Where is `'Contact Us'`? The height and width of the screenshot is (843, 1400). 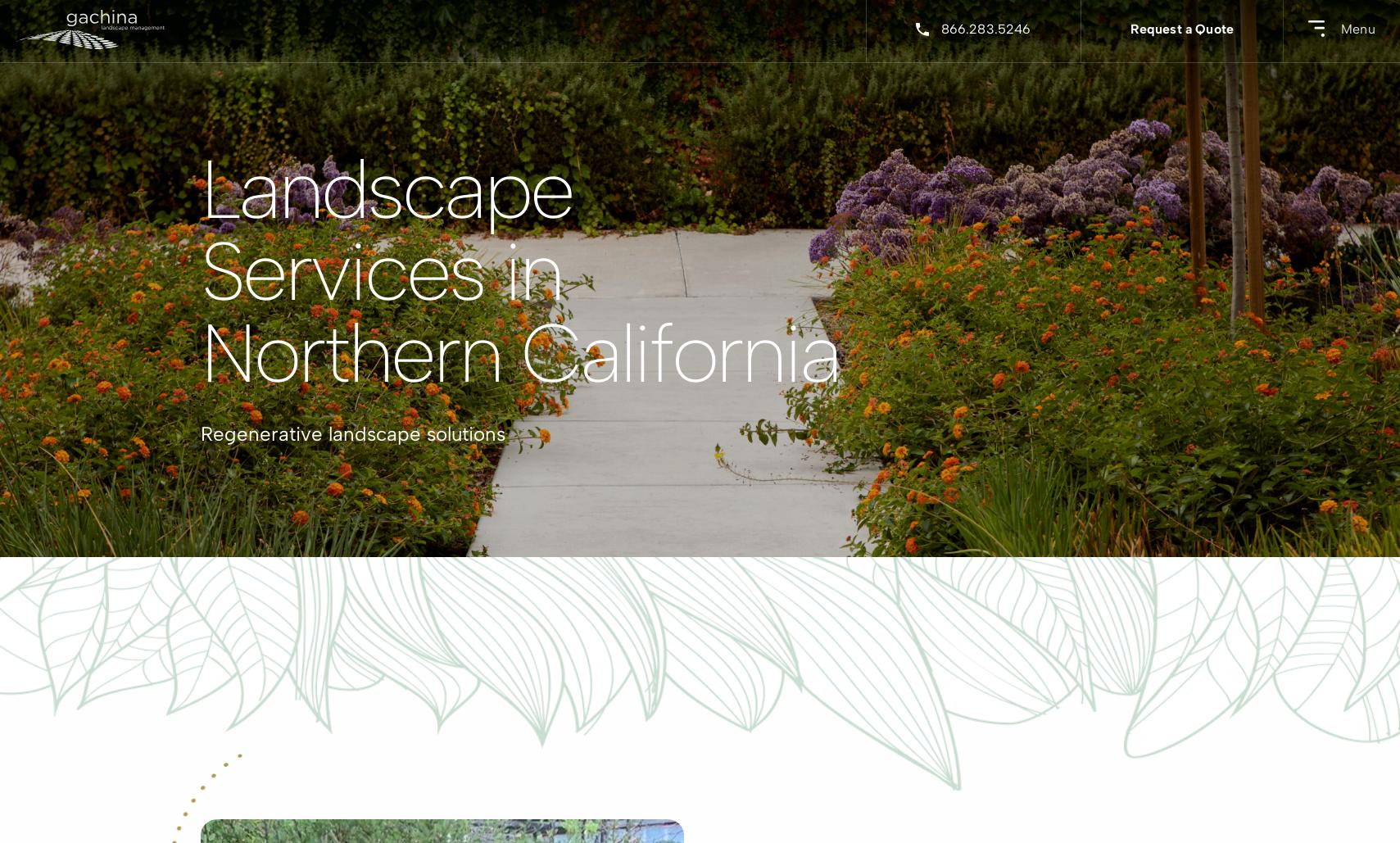 'Contact Us' is located at coordinates (232, 534).